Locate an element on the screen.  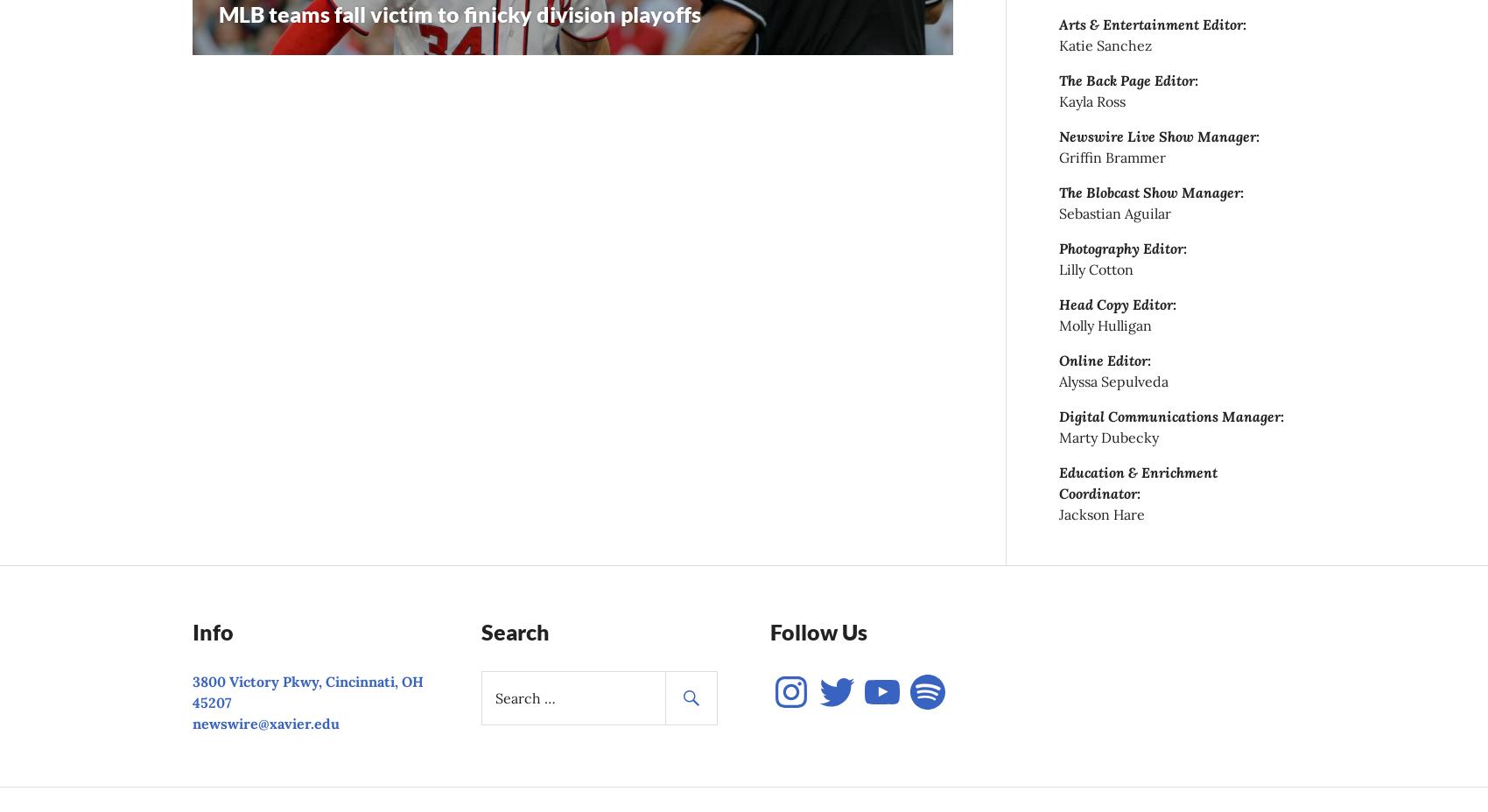
'Digital Communications Manager:' is located at coordinates (1171, 415).